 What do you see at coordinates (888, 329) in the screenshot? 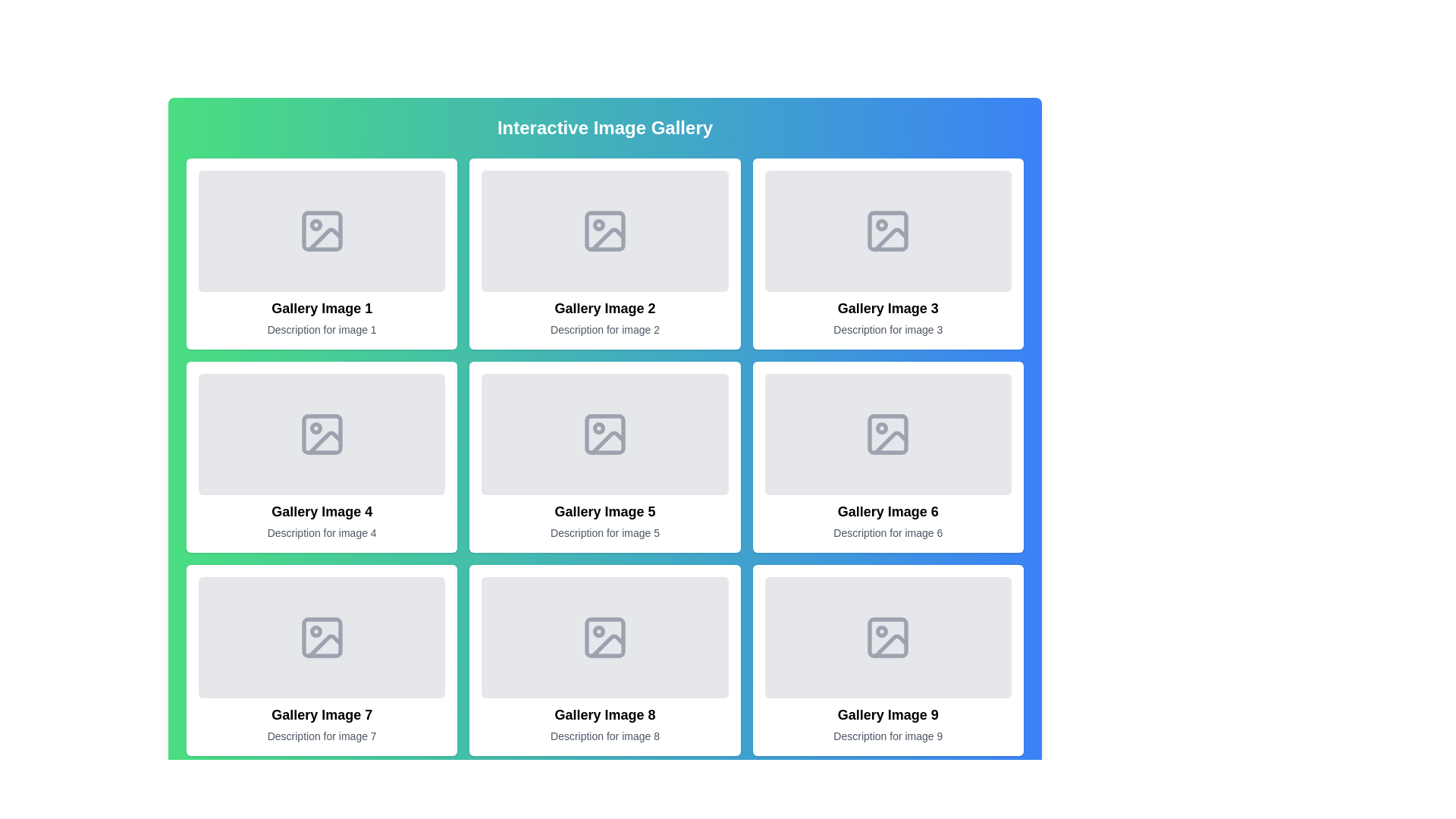
I see `descriptive text label positioned beneath the 'Gallery Image 3' heading in the third gallery item, which provides additional information about the associated image` at bounding box center [888, 329].